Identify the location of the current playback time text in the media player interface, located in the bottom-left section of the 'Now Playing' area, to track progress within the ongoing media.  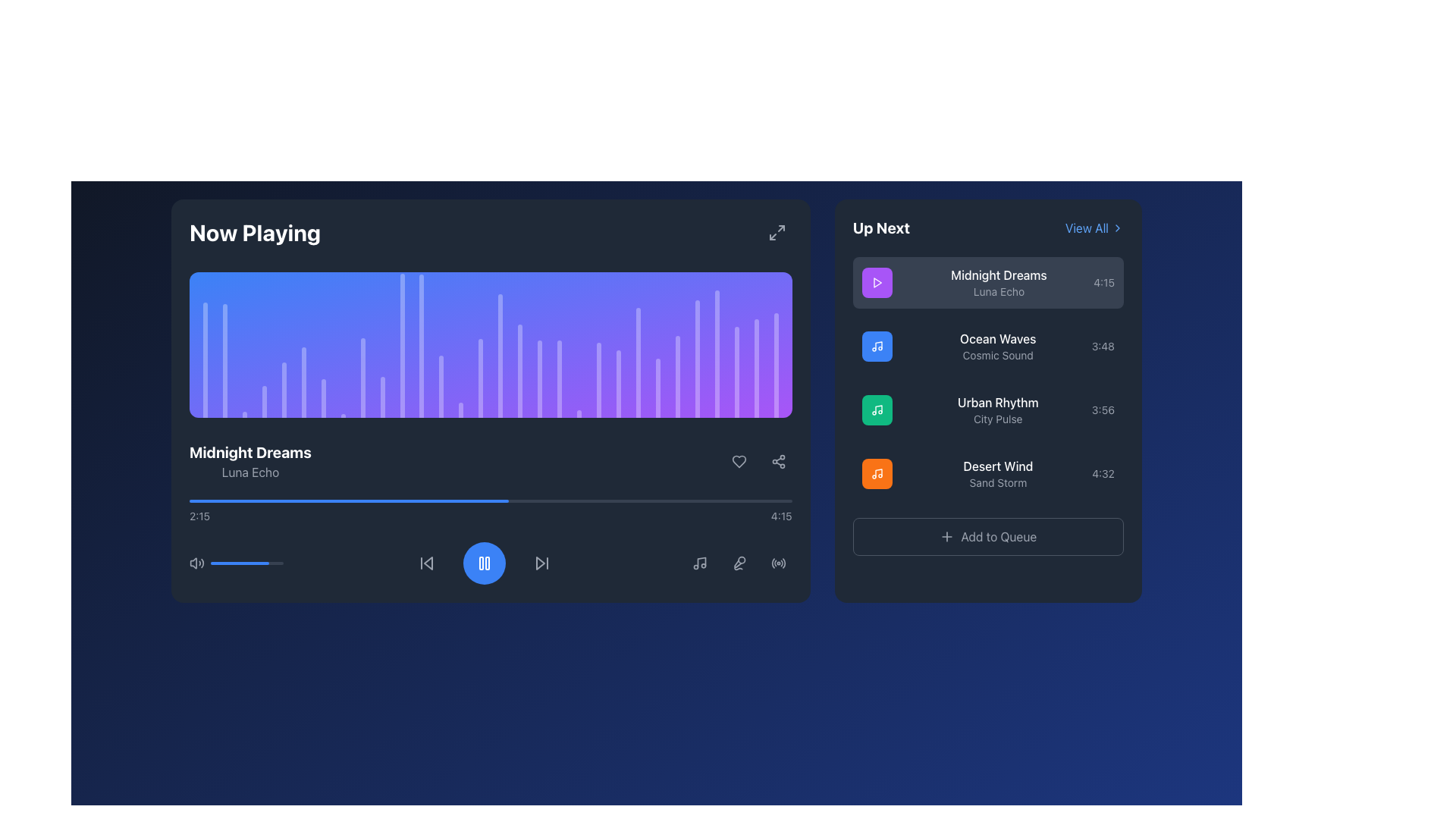
(199, 516).